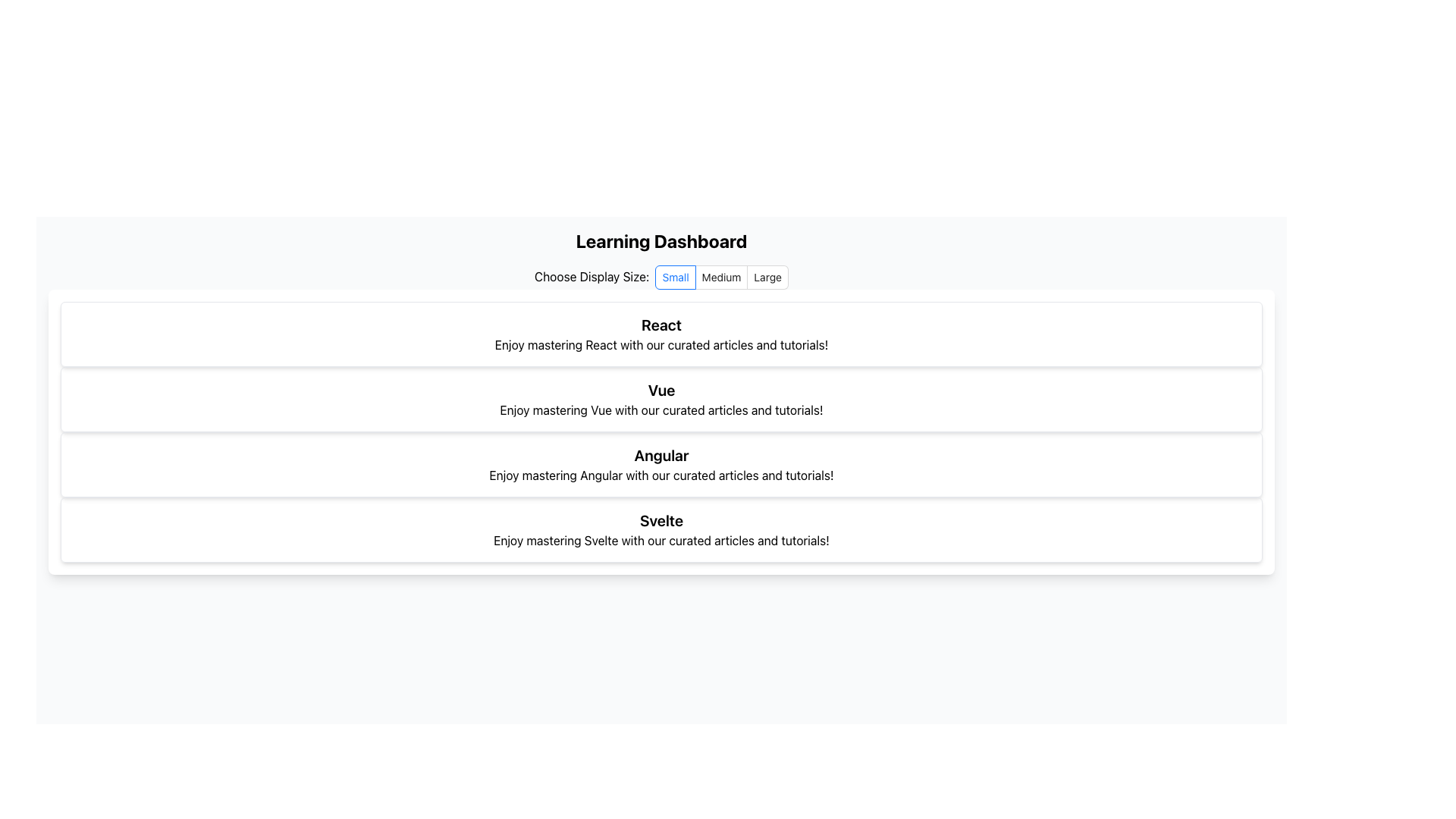 This screenshot has width=1456, height=819. What do you see at coordinates (661, 409) in the screenshot?
I see `description text located within the card titled 'Vue', which is the second entry in a list of framework cards` at bounding box center [661, 409].